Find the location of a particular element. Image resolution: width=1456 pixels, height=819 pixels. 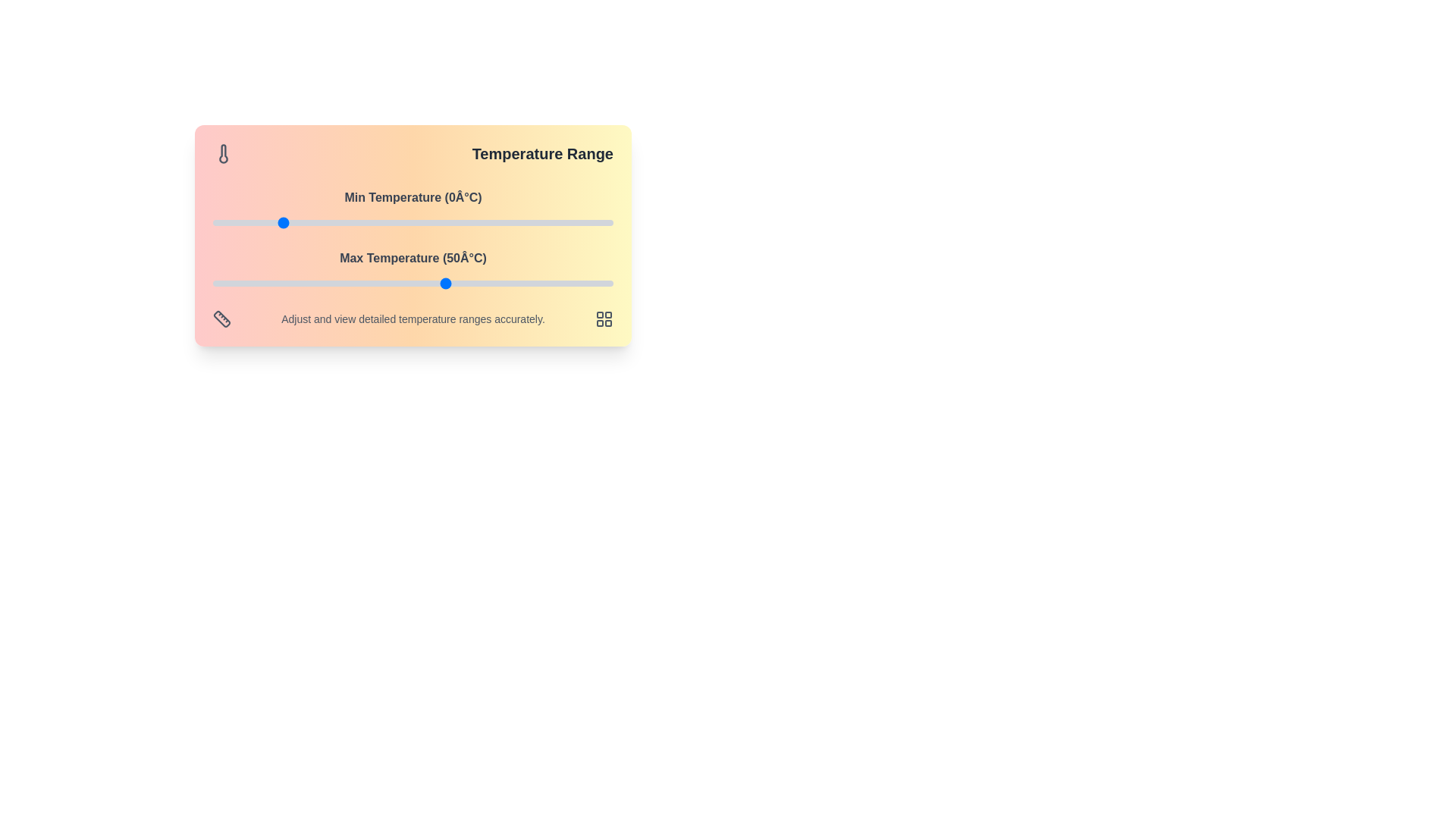

the minimum temperature slider to 79°C is located at coordinates (543, 222).